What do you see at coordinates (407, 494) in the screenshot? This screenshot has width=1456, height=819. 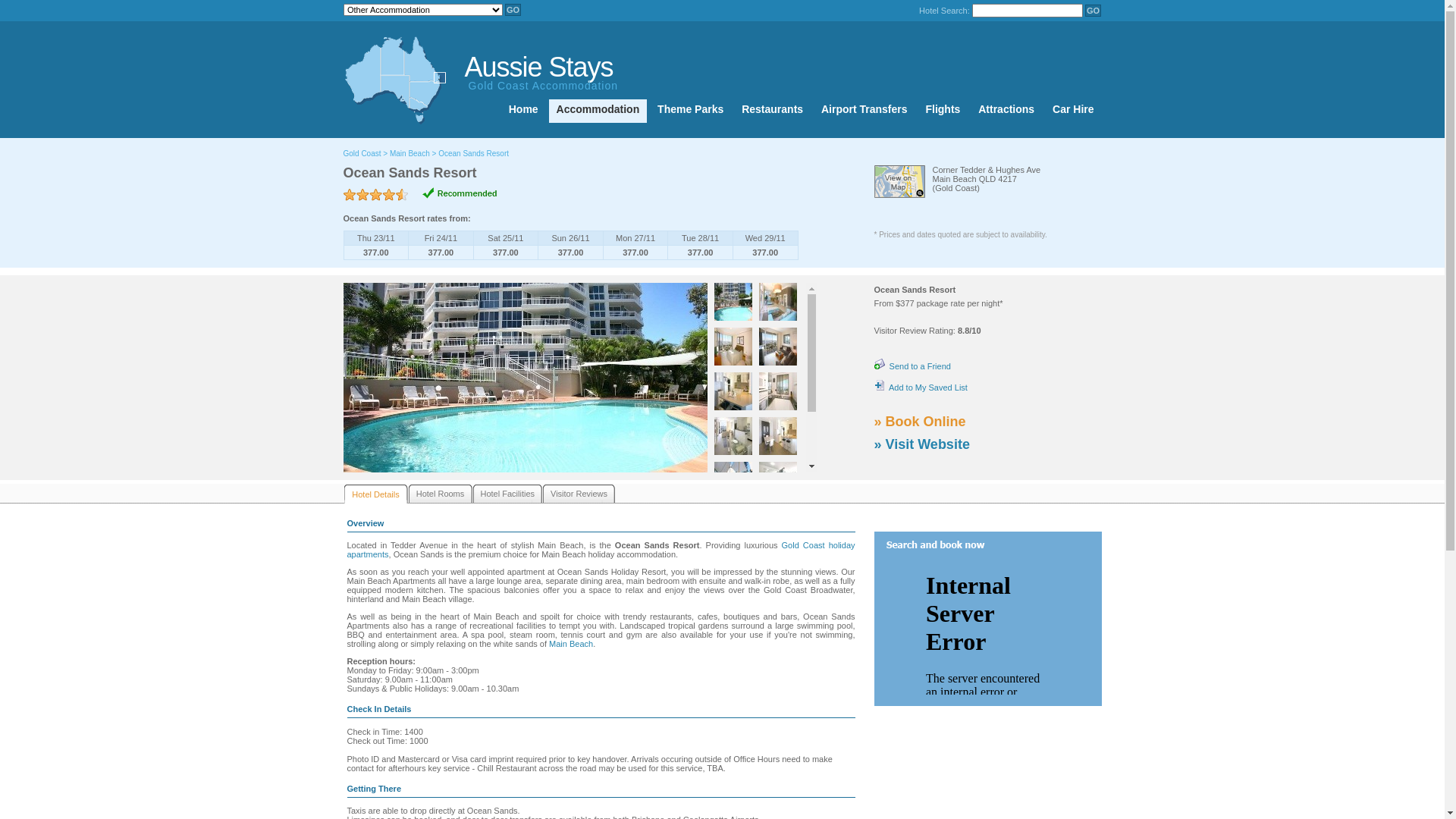 I see `'Hotel Rooms'` at bounding box center [407, 494].